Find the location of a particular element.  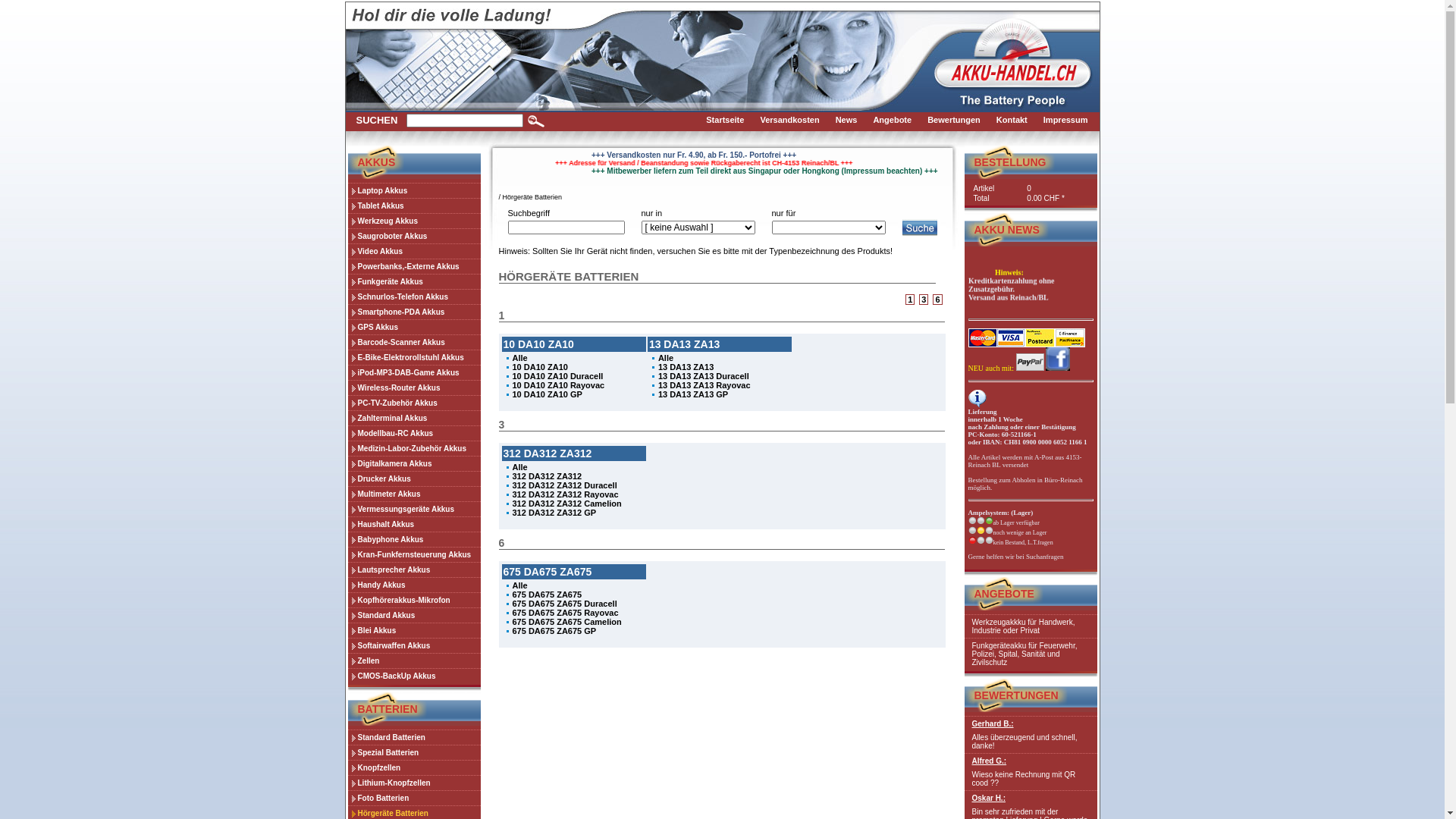

'Lithium-Knopfzellen' is located at coordinates (413, 783).